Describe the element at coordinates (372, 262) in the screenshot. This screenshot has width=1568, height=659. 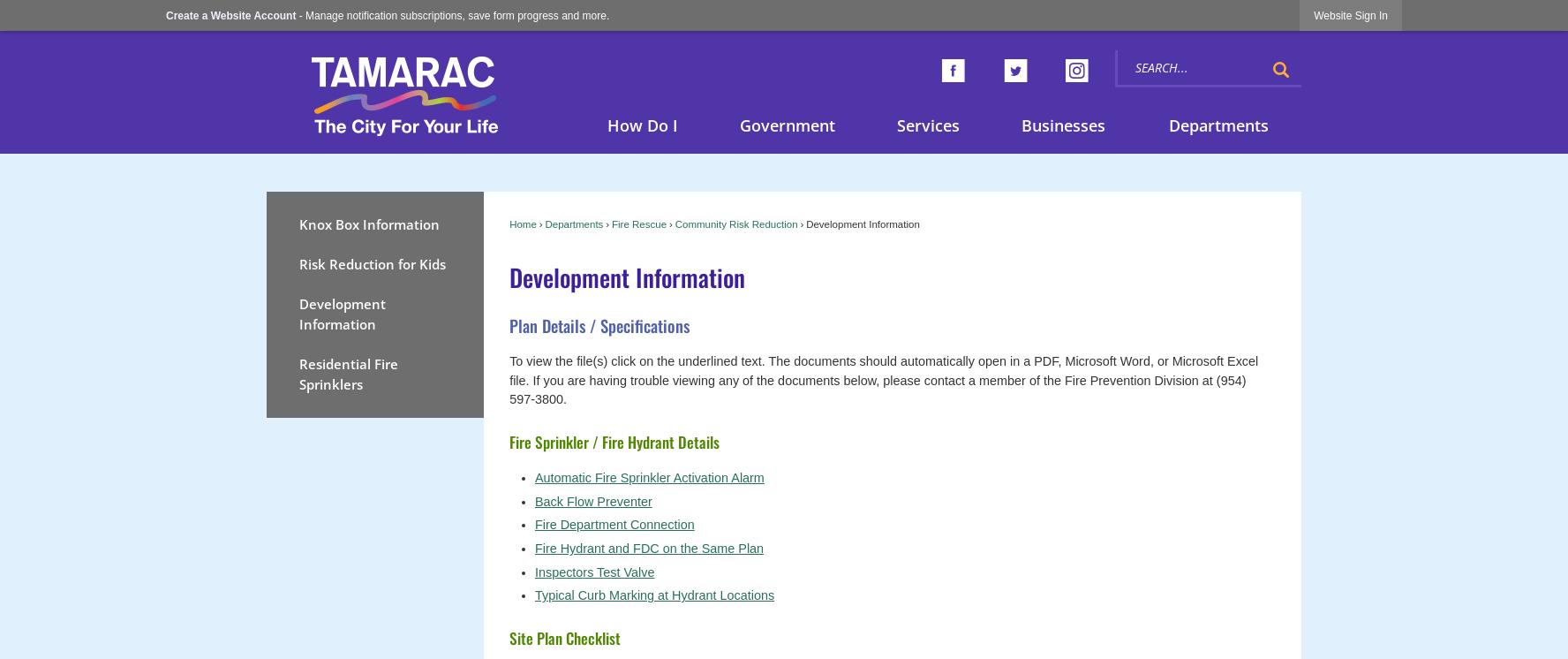
I see `'Risk Reduction for Kids'` at that location.